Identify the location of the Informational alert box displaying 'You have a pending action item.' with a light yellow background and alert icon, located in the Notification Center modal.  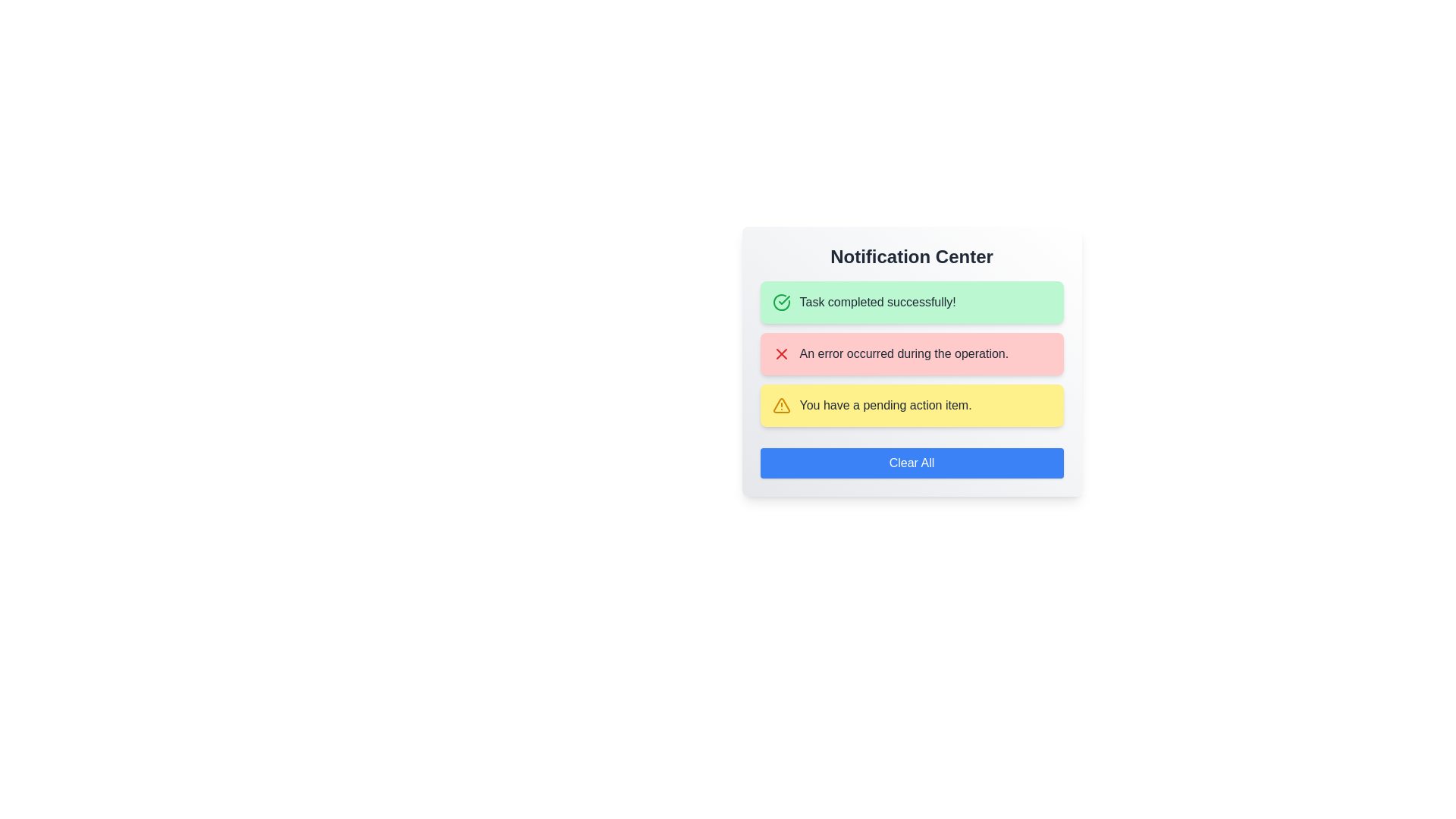
(911, 405).